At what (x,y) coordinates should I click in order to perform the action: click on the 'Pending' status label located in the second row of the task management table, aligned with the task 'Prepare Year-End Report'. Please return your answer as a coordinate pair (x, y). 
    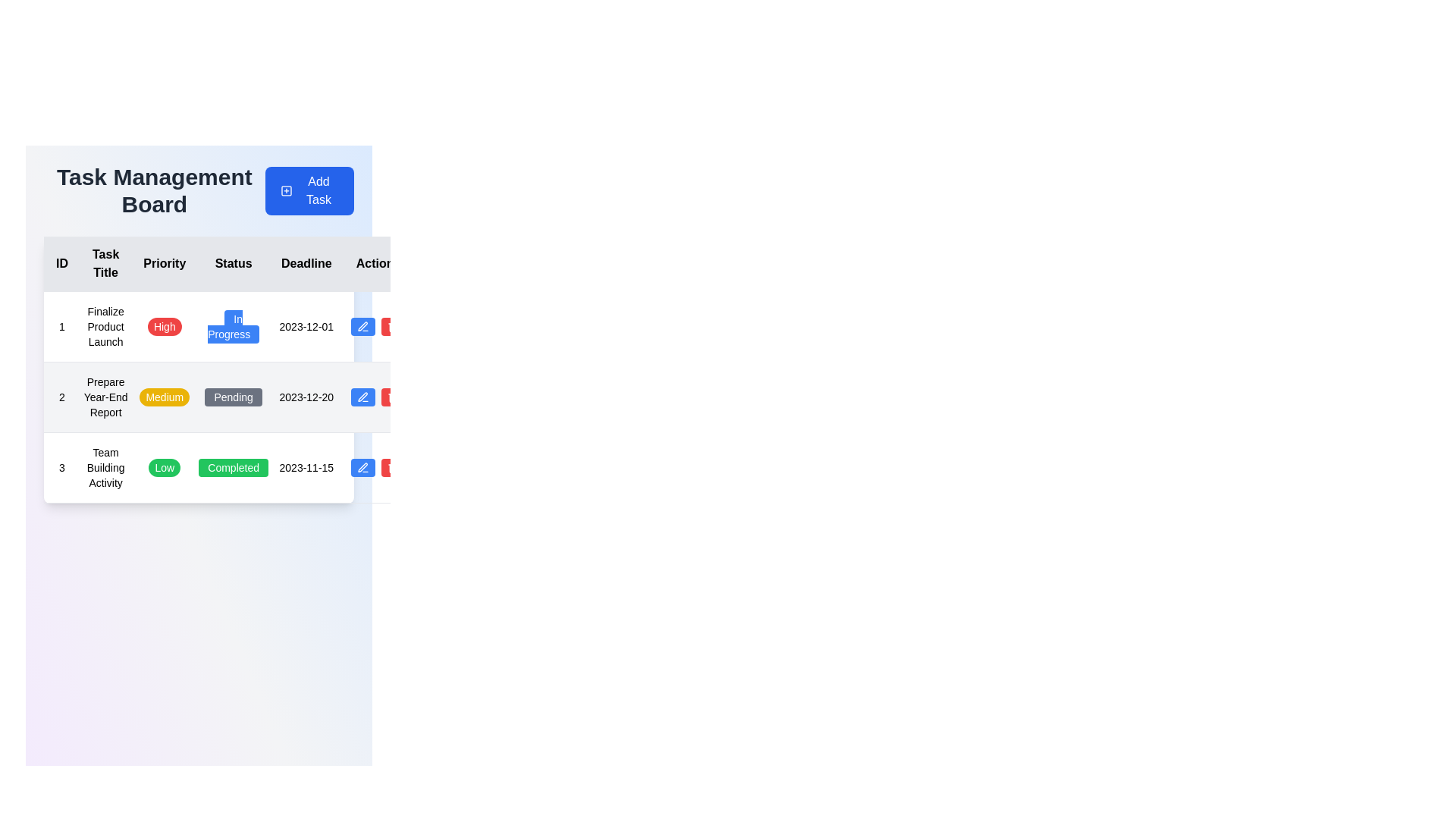
    Looking at the image, I should click on (233, 397).